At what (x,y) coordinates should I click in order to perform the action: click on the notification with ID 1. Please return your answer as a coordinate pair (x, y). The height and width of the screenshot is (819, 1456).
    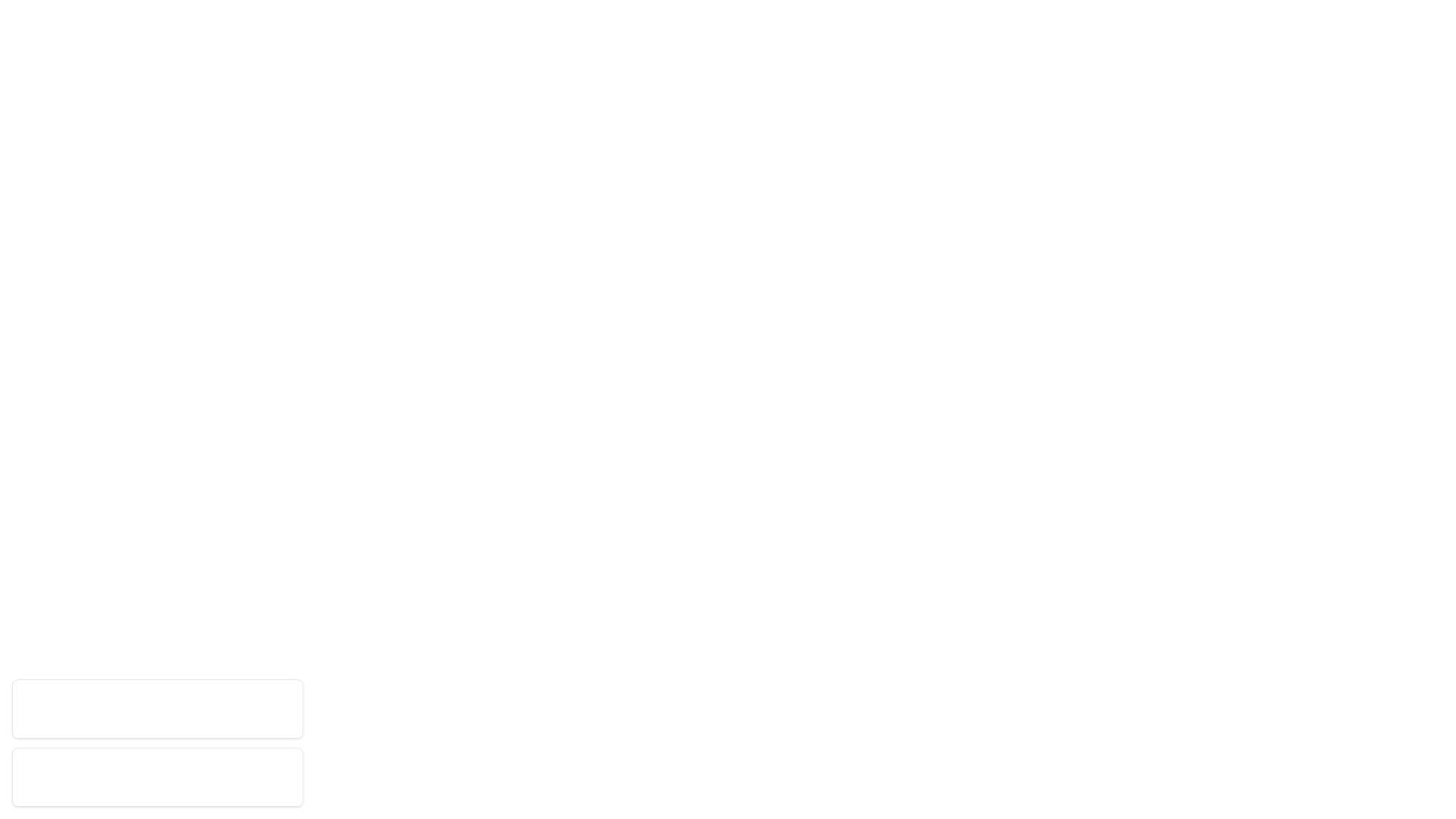
    Looking at the image, I should click on (157, 708).